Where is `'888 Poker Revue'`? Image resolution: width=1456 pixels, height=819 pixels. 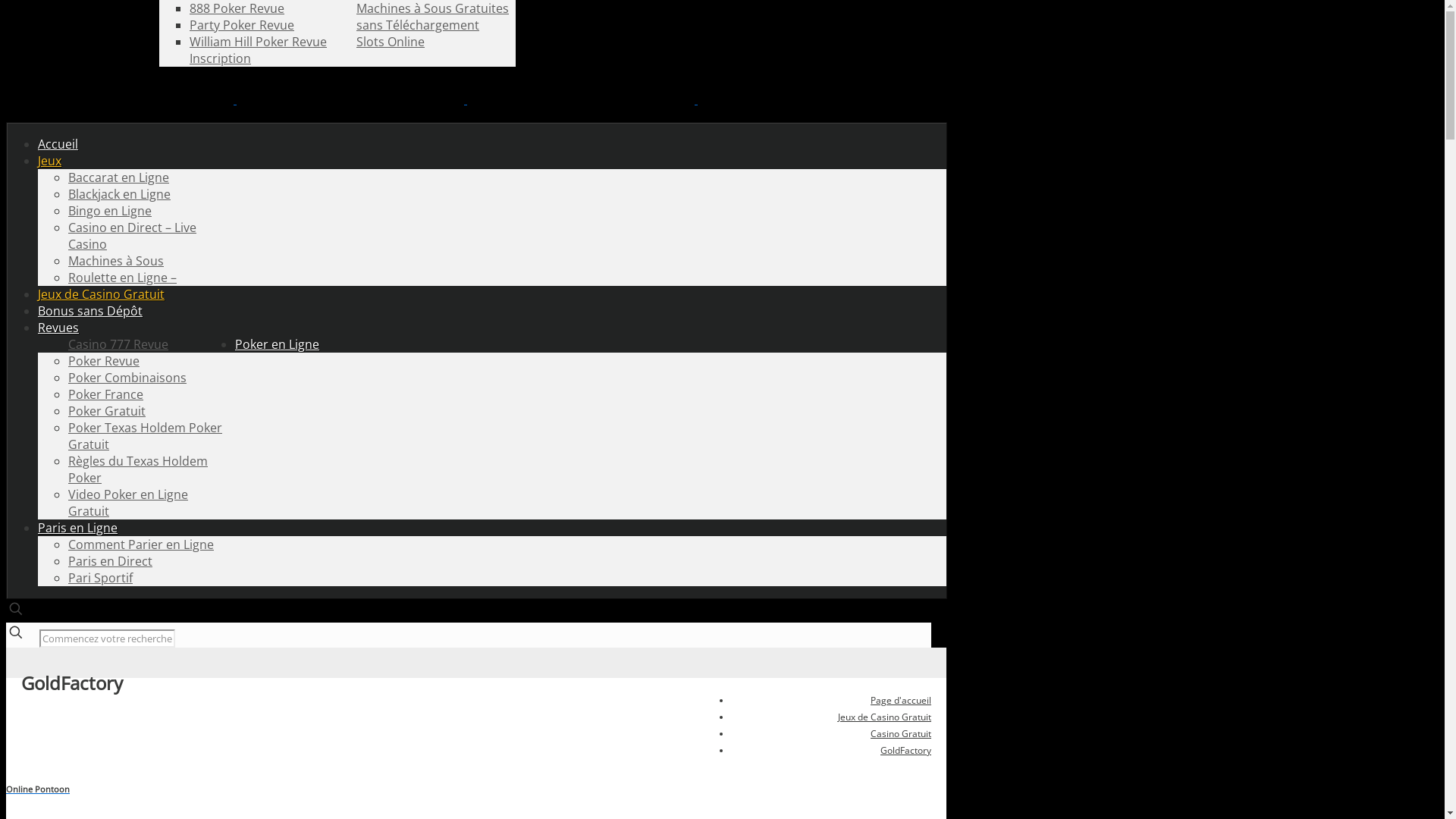
'888 Poker Revue' is located at coordinates (188, 8).